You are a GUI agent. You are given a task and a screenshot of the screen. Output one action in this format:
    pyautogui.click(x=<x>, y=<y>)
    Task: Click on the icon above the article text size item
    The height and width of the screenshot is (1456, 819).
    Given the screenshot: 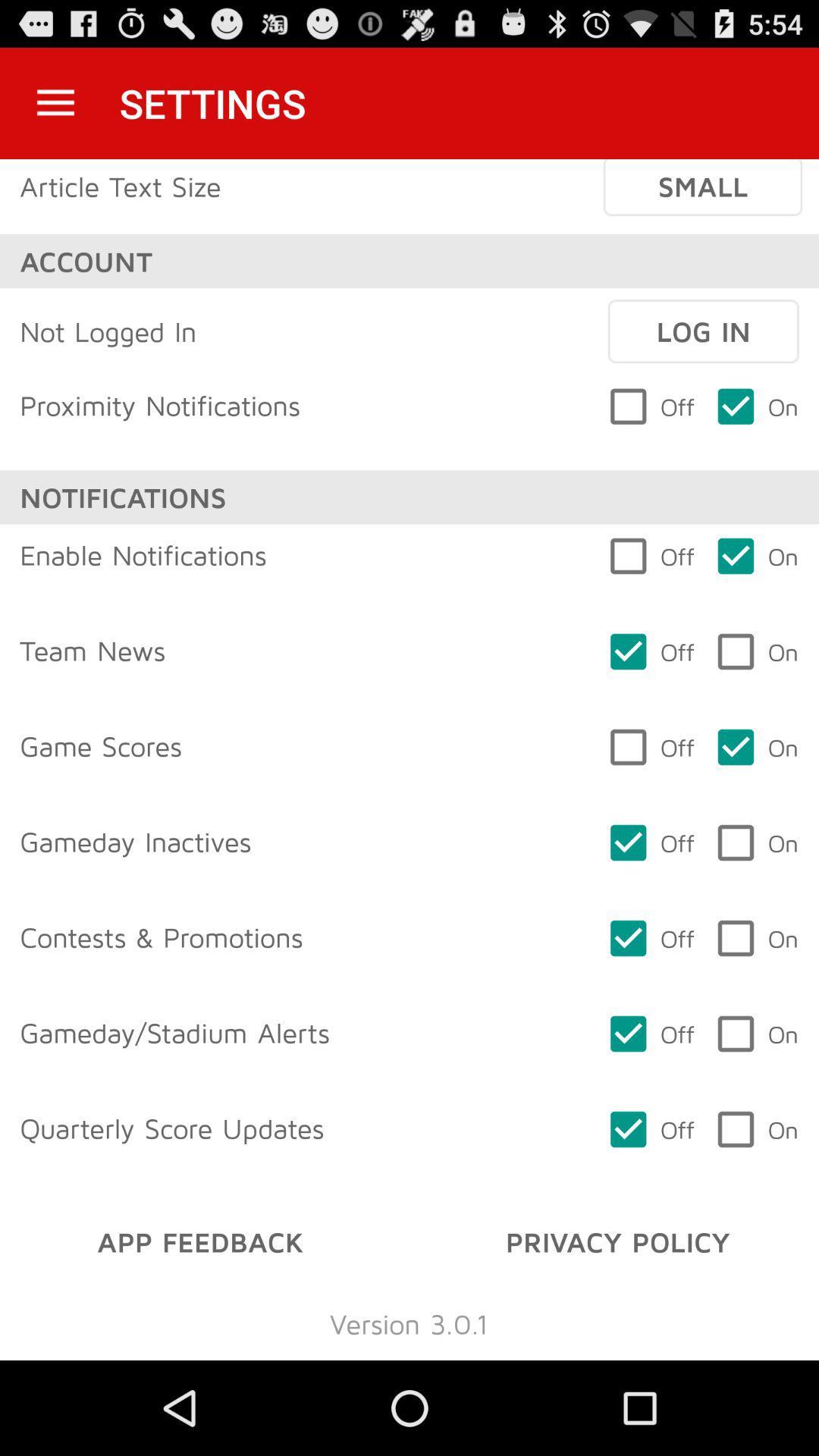 What is the action you would take?
    pyautogui.click(x=55, y=102)
    